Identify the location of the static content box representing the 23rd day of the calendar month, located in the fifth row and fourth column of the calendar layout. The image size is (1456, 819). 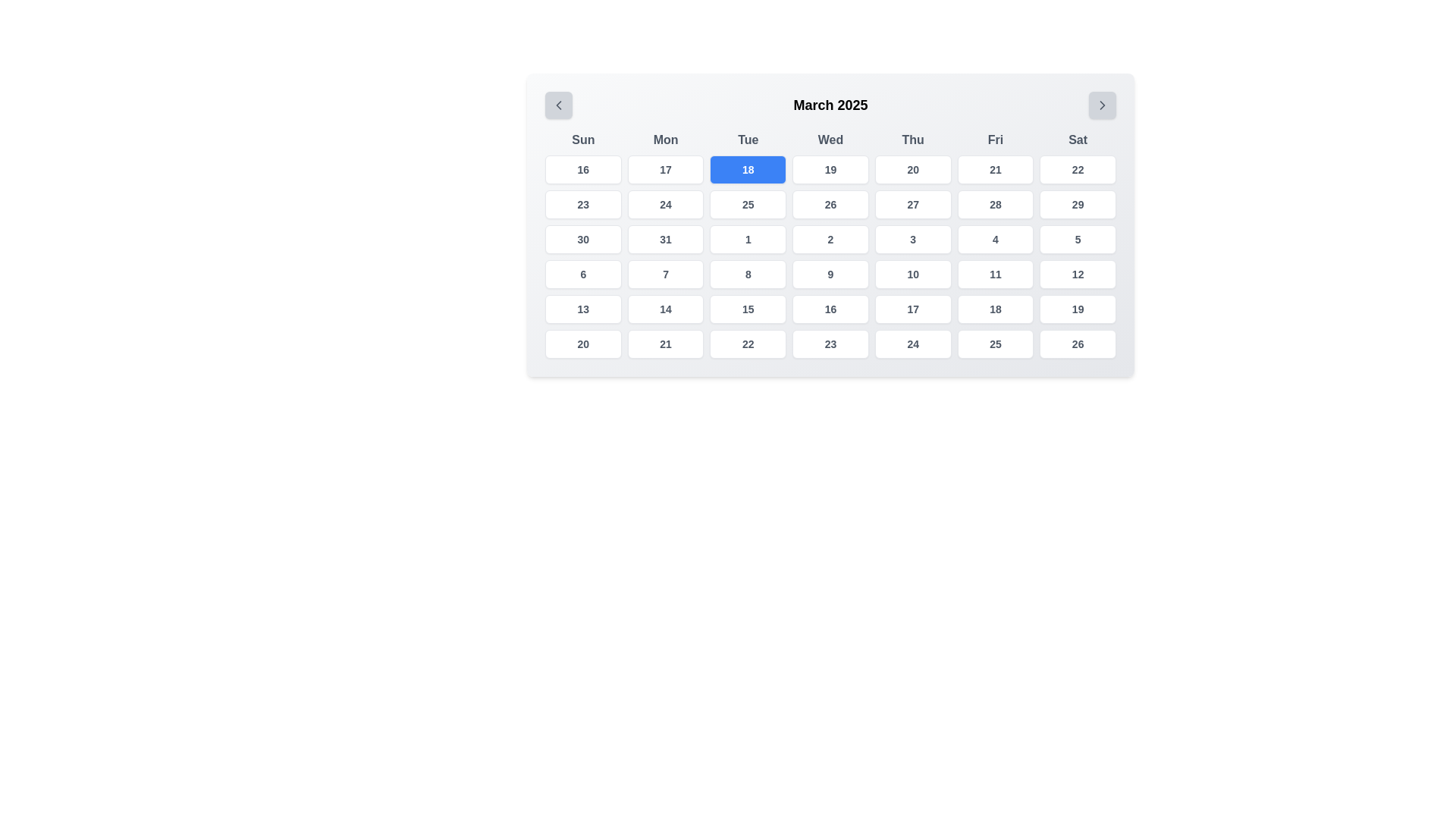
(830, 344).